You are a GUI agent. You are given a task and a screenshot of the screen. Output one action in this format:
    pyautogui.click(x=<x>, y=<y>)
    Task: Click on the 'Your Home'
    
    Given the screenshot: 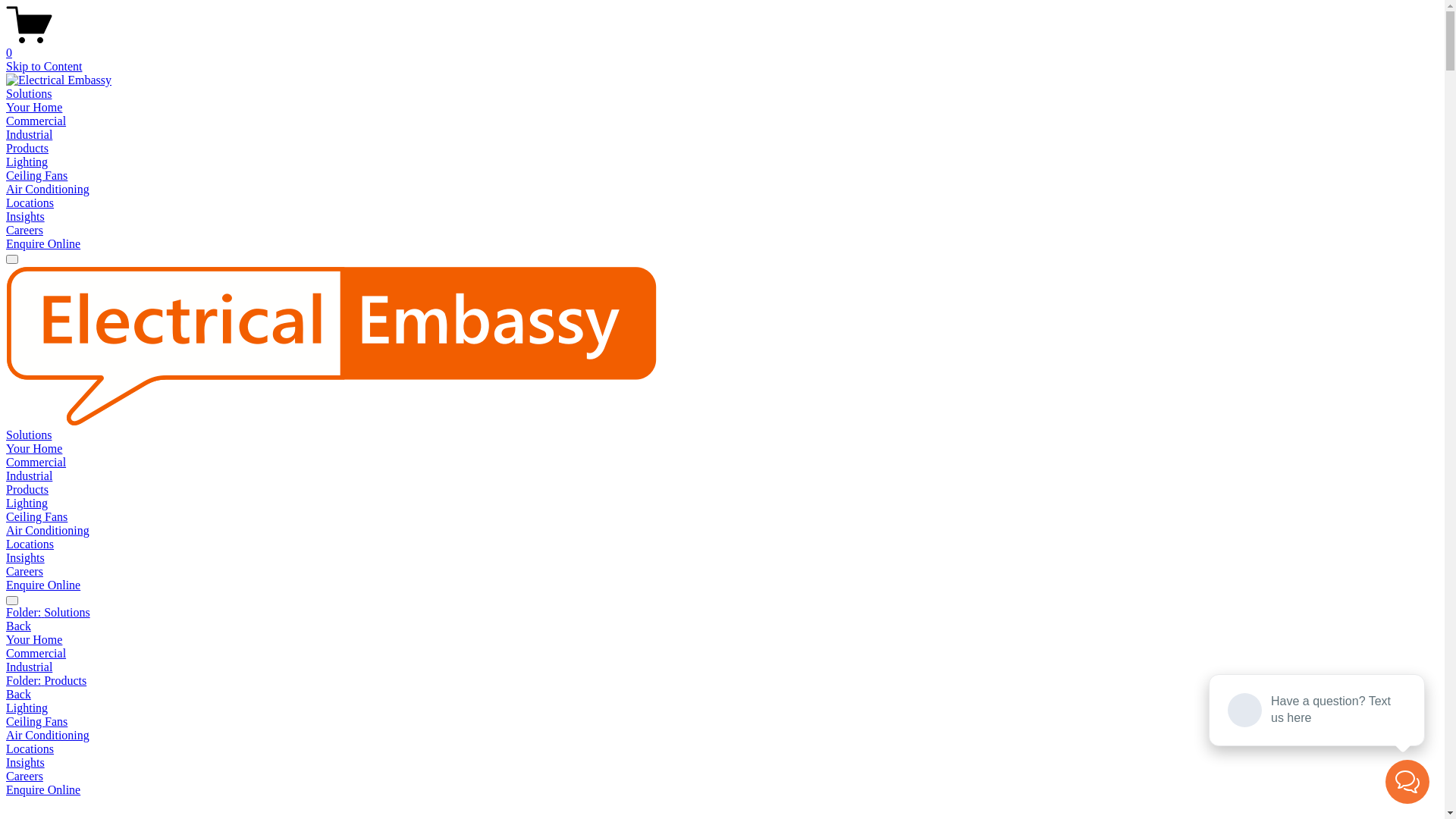 What is the action you would take?
    pyautogui.click(x=33, y=106)
    